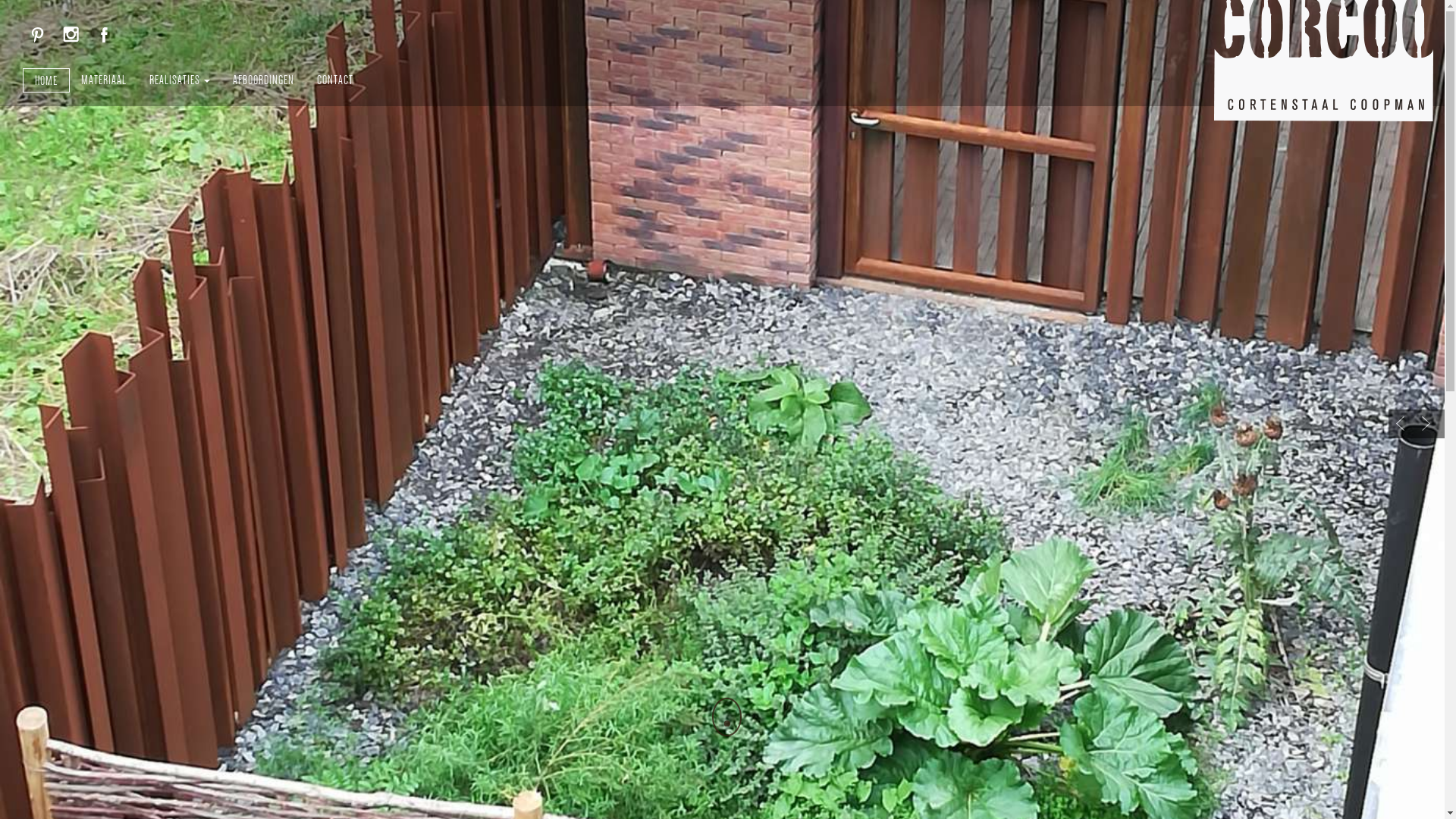 Image resolution: width=1456 pixels, height=819 pixels. Describe the element at coordinates (104, 34) in the screenshot. I see `'Facebook'` at that location.